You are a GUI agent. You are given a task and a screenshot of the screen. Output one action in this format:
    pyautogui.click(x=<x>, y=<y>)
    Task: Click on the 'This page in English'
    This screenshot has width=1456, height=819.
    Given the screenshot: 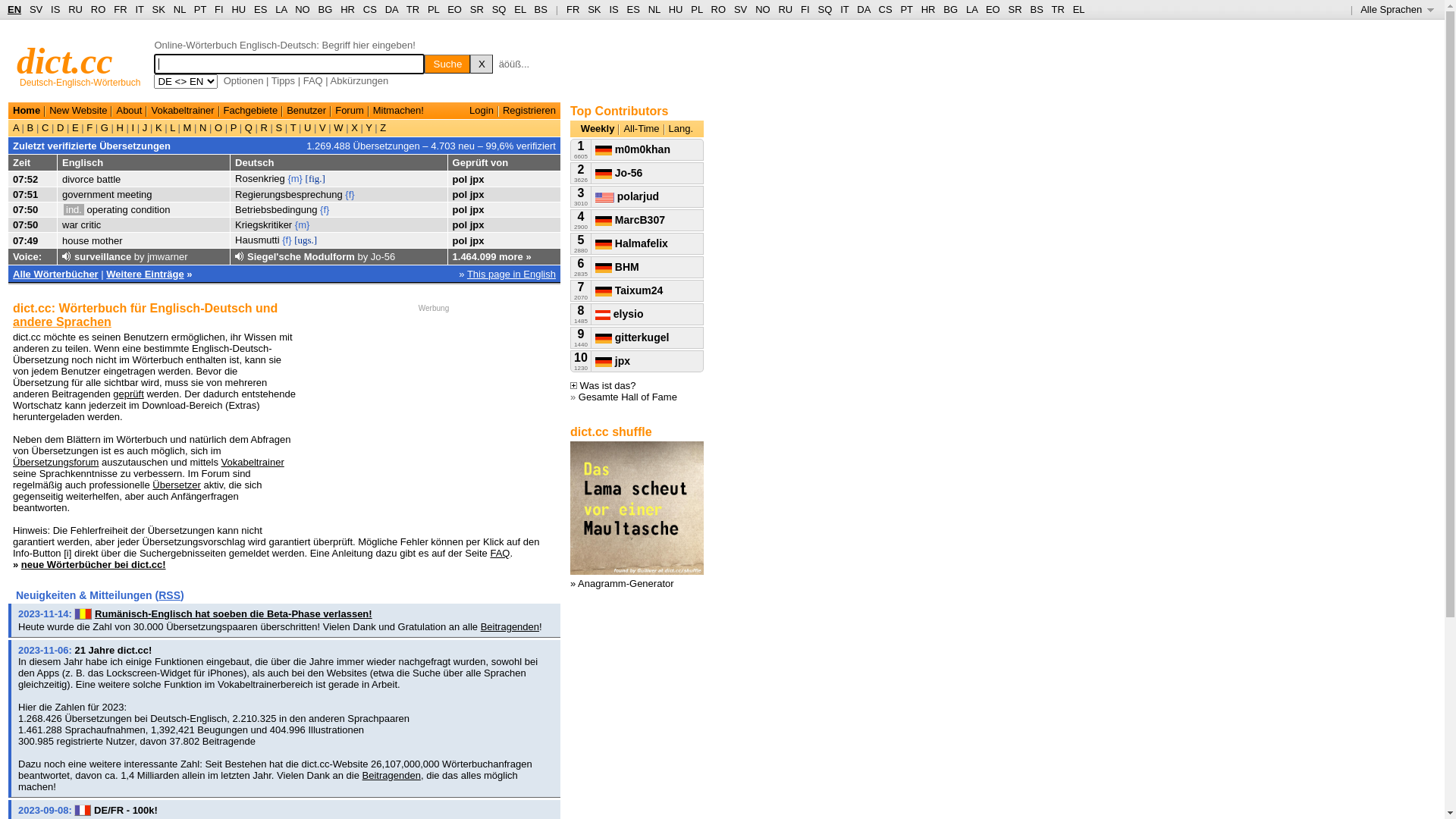 What is the action you would take?
    pyautogui.click(x=511, y=274)
    